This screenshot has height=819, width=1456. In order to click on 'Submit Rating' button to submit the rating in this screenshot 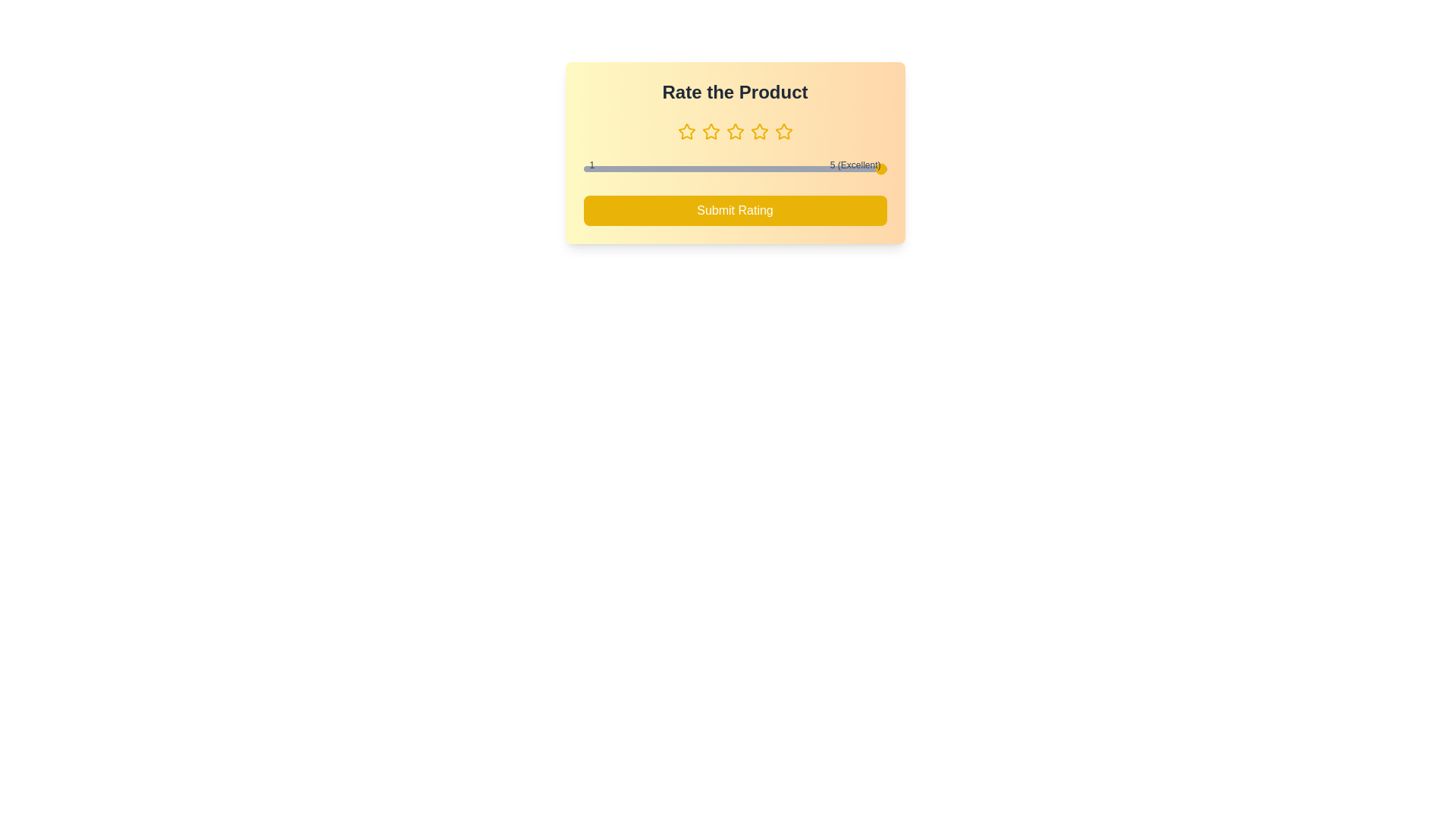, I will do `click(735, 210)`.